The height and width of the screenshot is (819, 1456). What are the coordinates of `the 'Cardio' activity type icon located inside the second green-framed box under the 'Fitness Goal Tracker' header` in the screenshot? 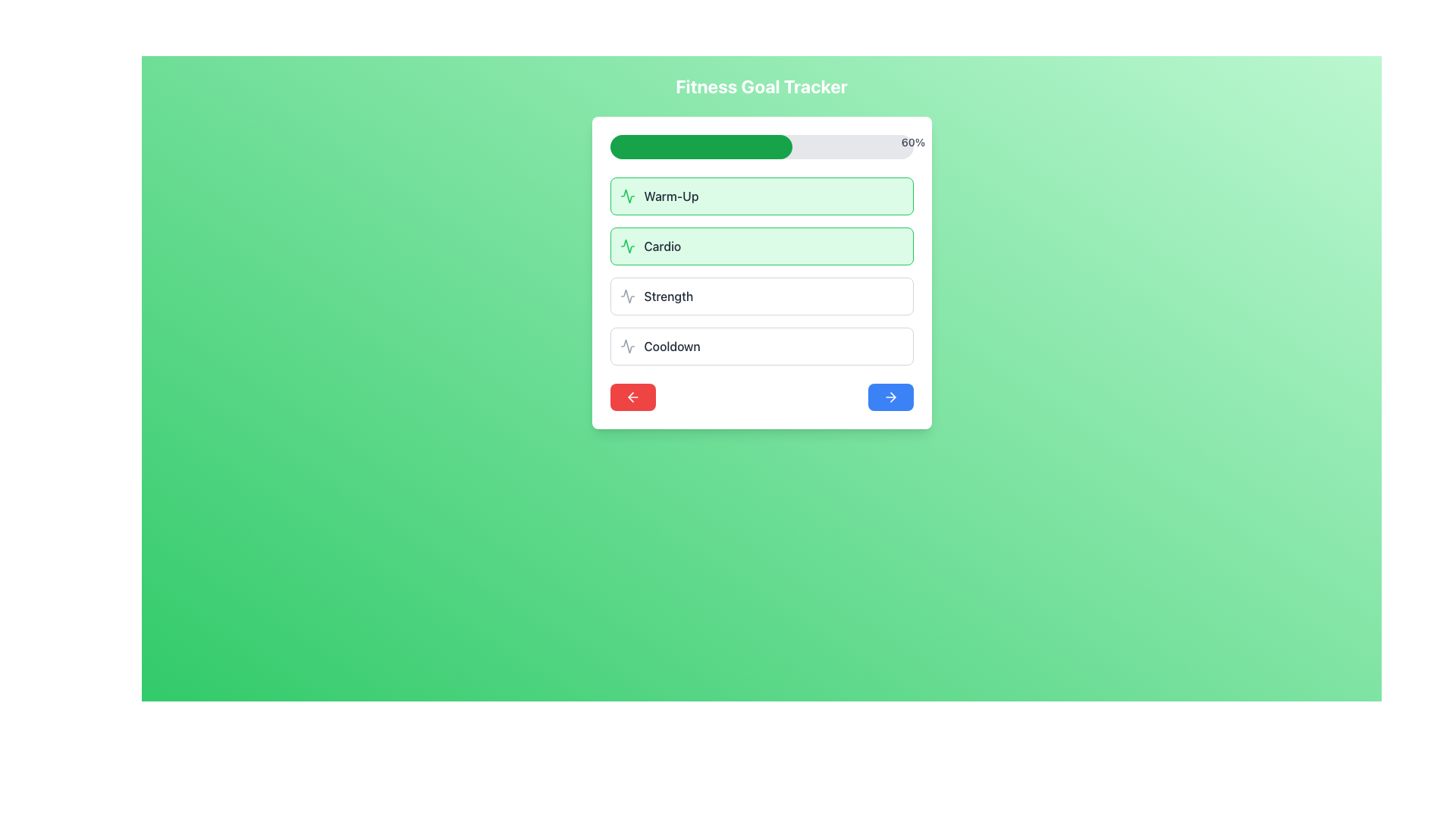 It's located at (627, 245).